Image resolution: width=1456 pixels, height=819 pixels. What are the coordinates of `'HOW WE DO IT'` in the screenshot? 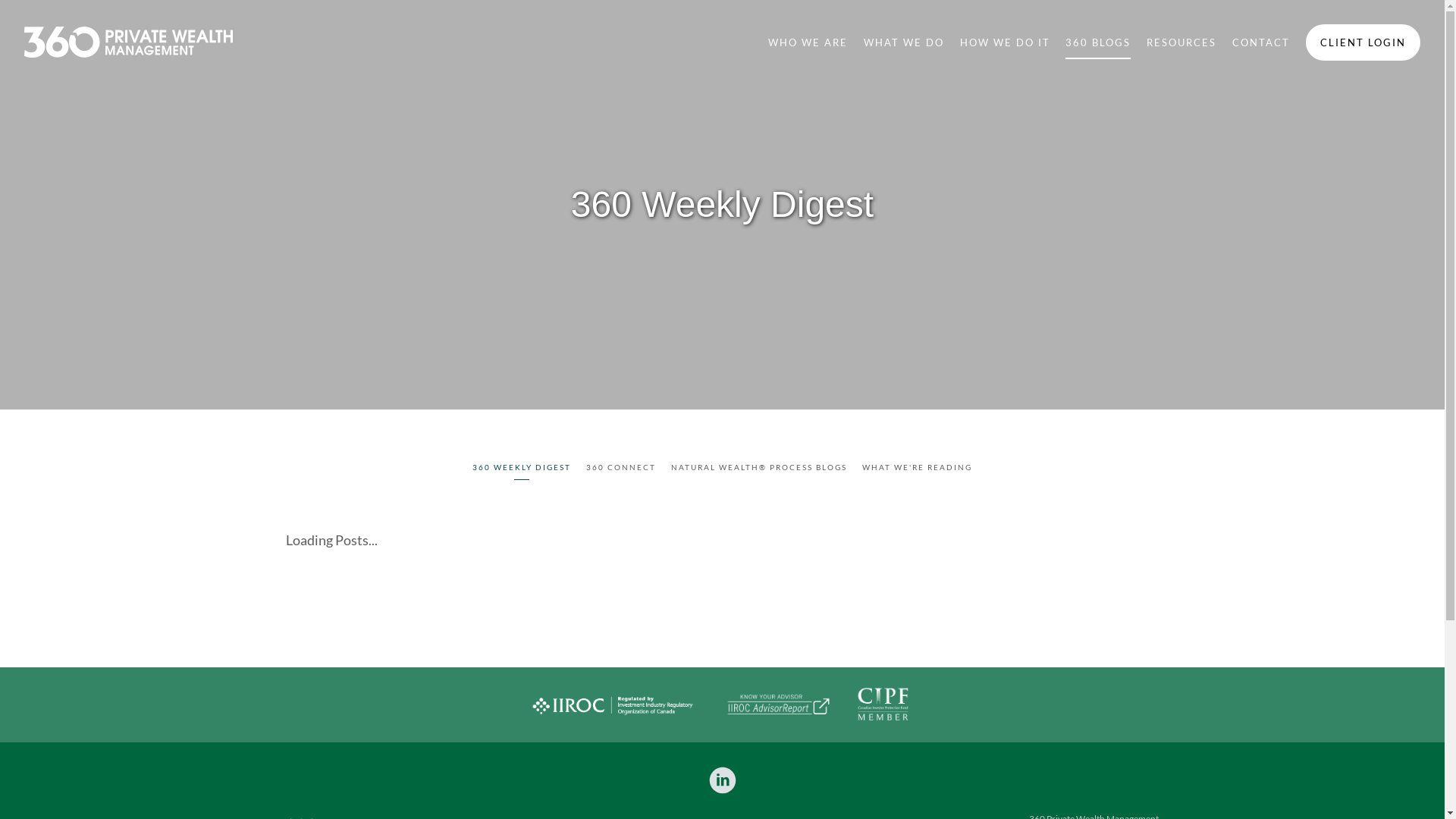 It's located at (1005, 41).